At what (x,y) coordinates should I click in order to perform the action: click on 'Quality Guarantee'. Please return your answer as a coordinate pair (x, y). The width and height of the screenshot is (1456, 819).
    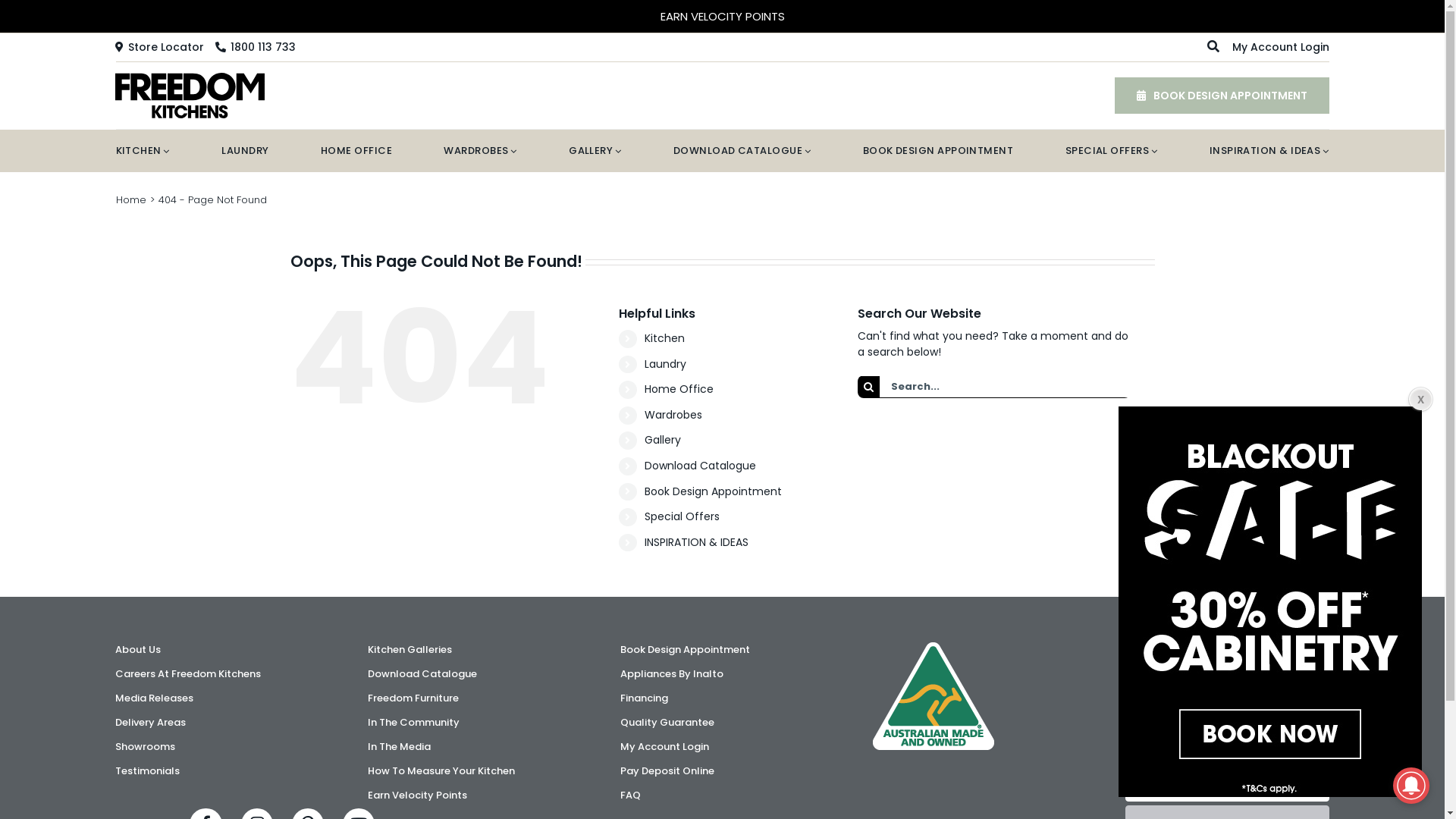
    Looking at the image, I should click on (721, 721).